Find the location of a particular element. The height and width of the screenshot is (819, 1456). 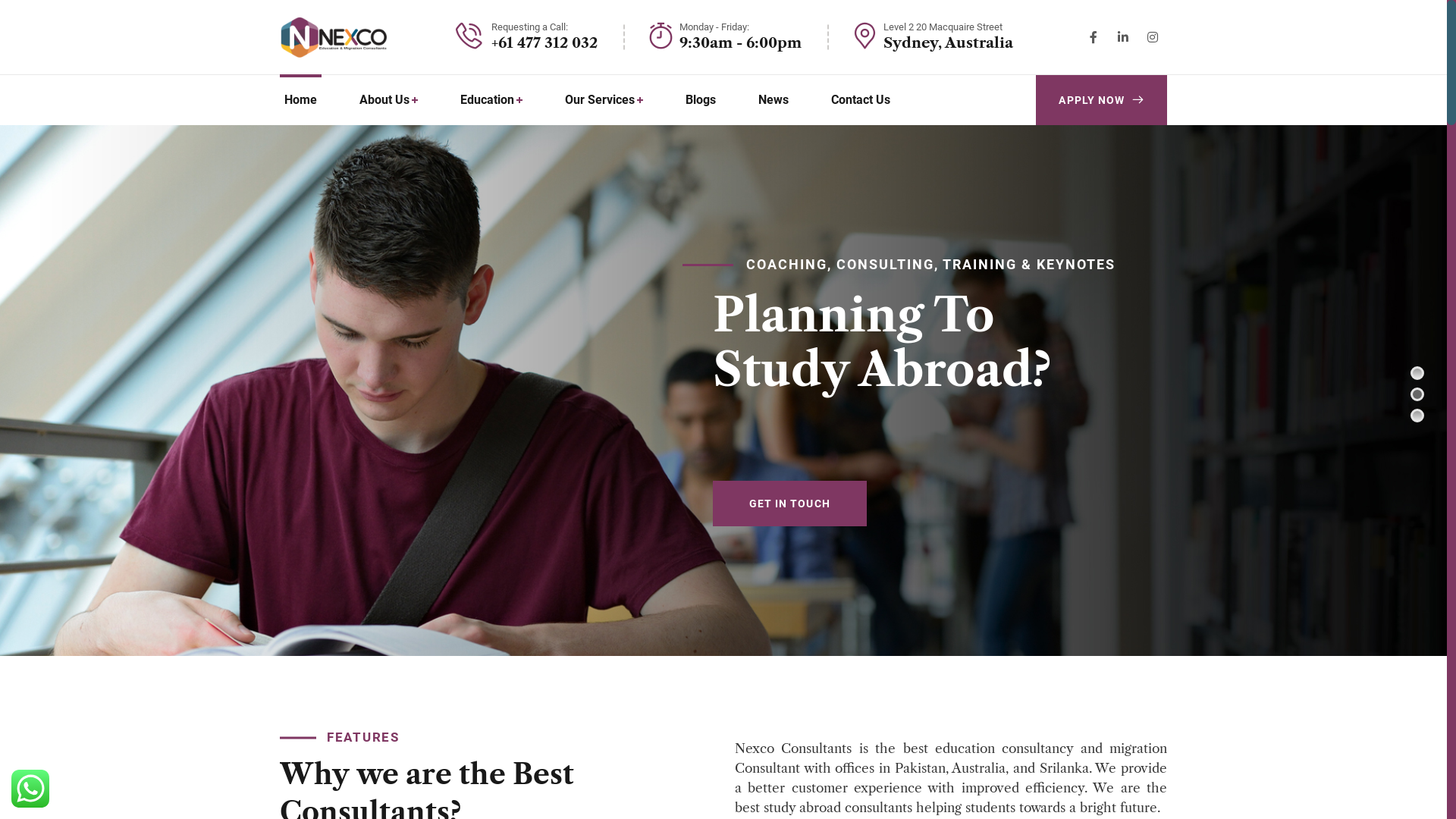

'About Us' is located at coordinates (388, 99).